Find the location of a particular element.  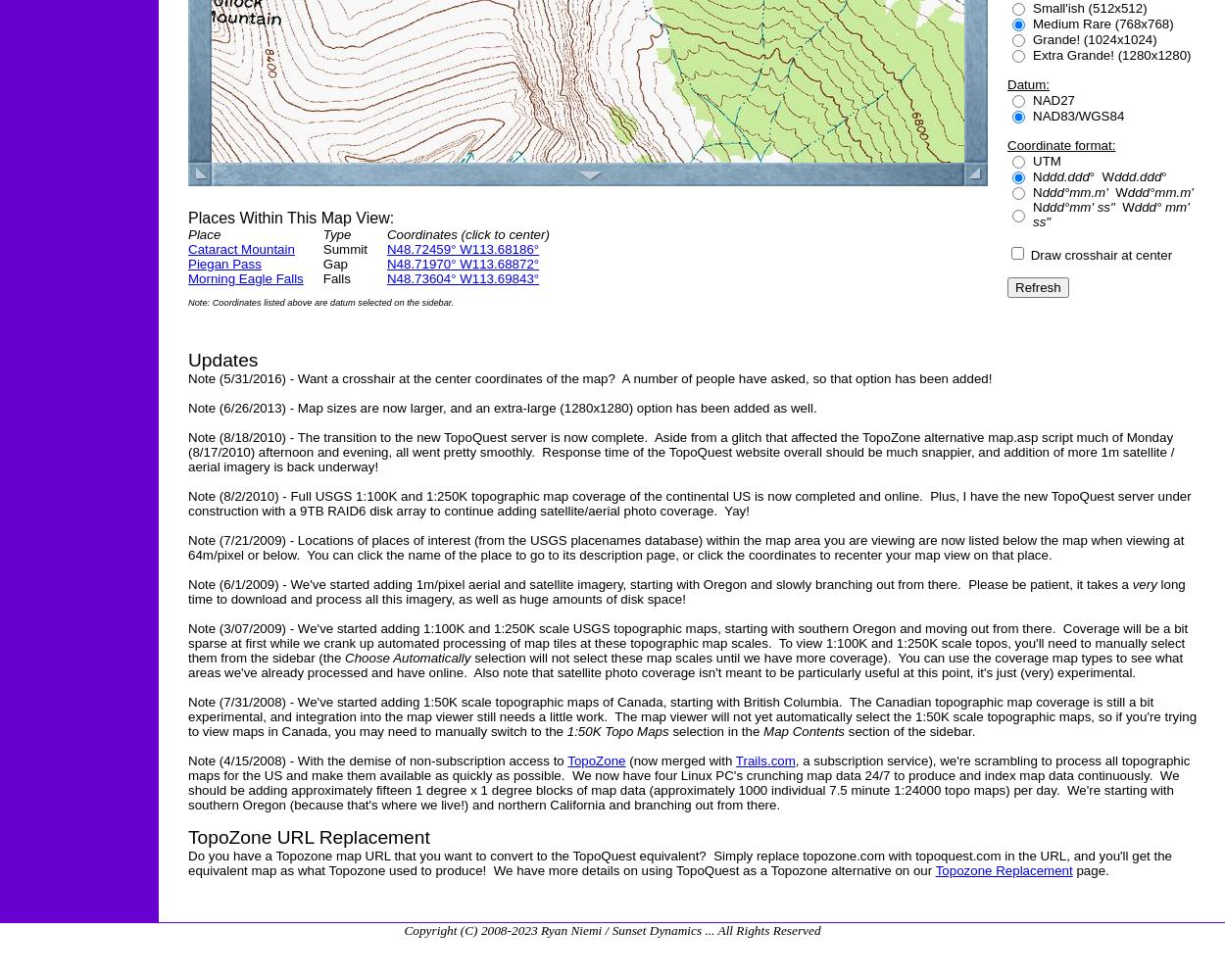

'Grande! (1024x1024)' is located at coordinates (1094, 38).